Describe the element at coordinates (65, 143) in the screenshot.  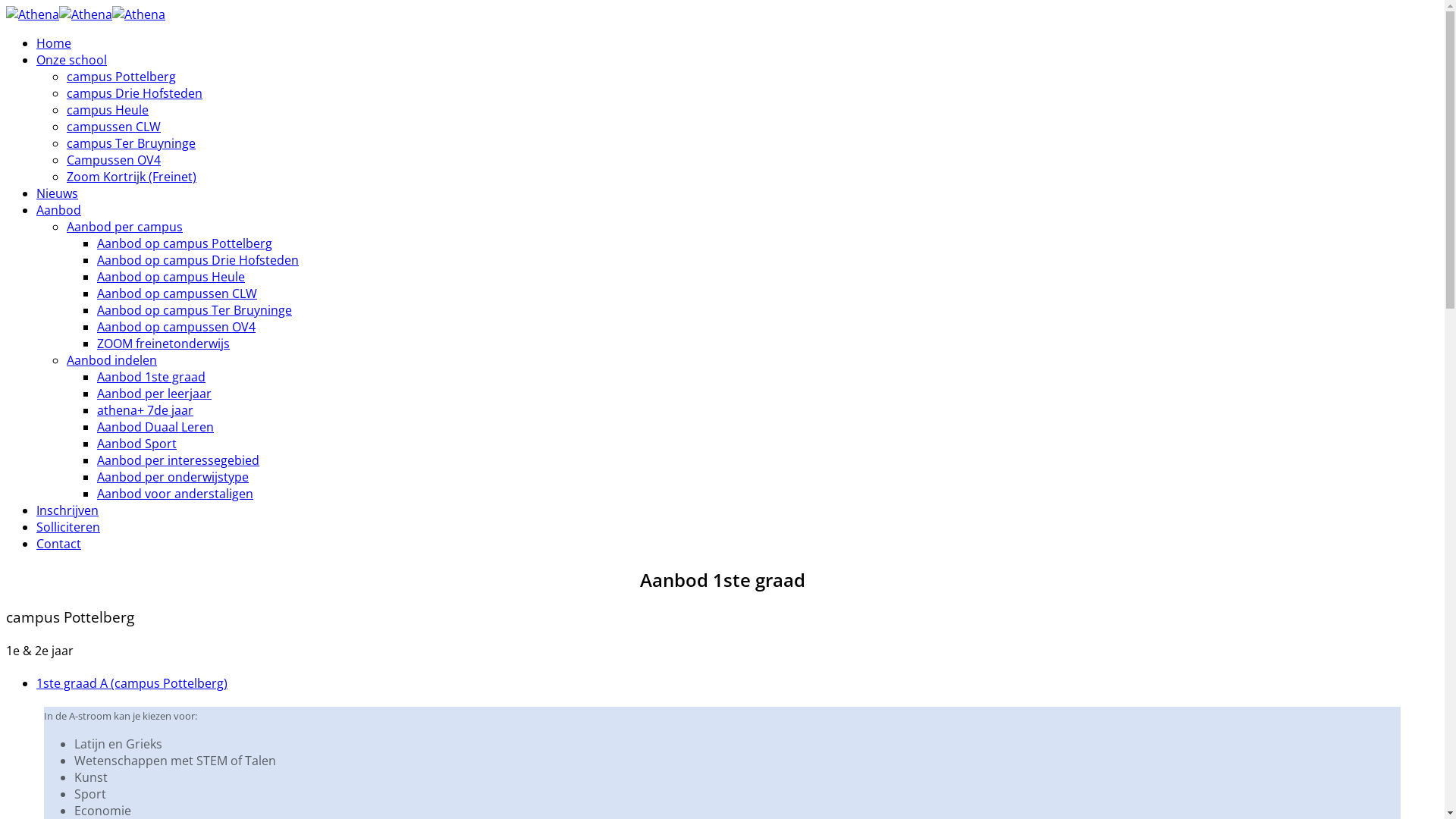
I see `'campus Ter Bruyninge'` at that location.